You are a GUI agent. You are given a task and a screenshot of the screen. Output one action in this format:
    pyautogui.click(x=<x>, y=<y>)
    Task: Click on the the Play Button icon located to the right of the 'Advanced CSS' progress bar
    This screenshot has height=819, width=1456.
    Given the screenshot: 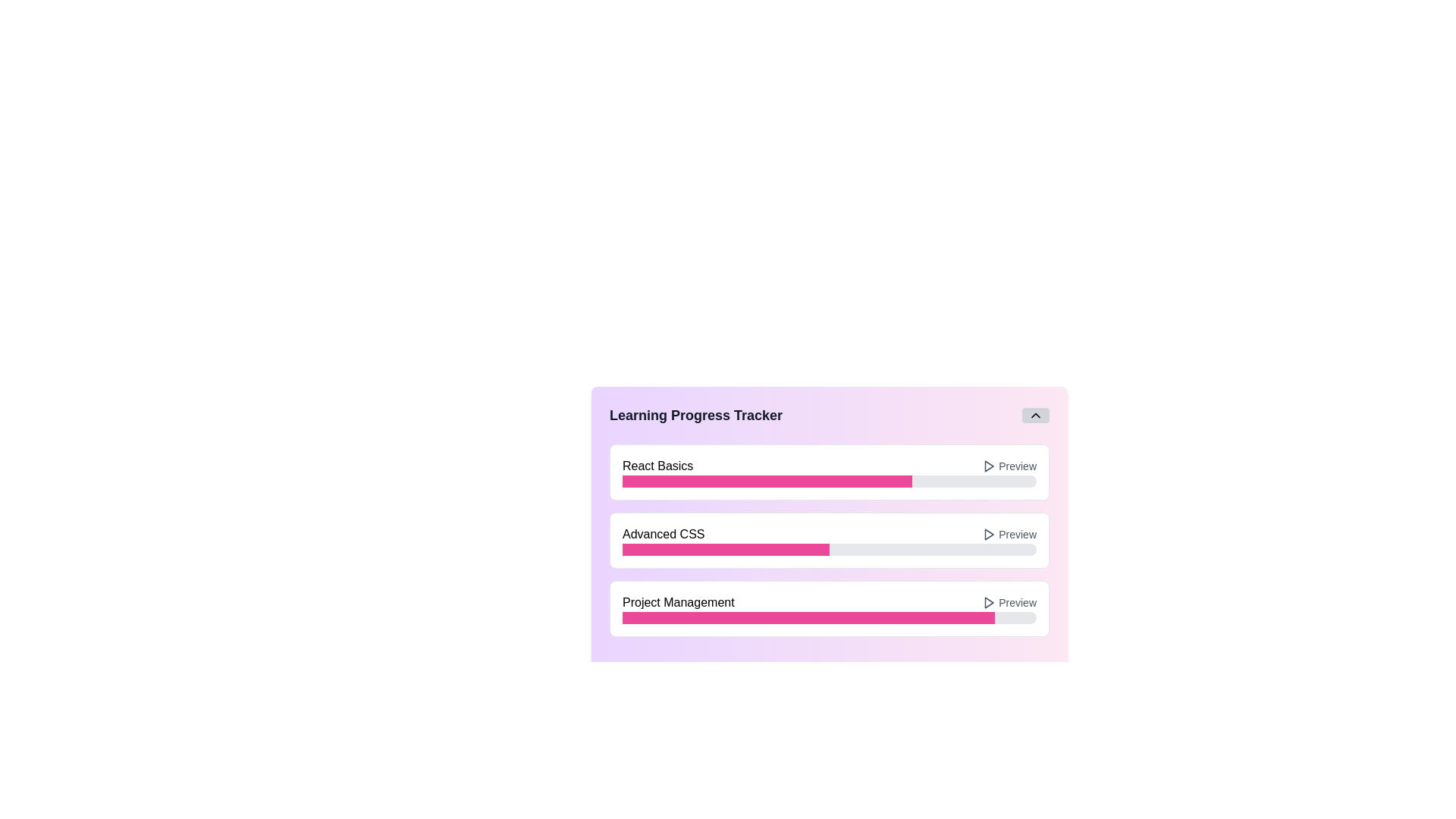 What is the action you would take?
    pyautogui.click(x=990, y=534)
    